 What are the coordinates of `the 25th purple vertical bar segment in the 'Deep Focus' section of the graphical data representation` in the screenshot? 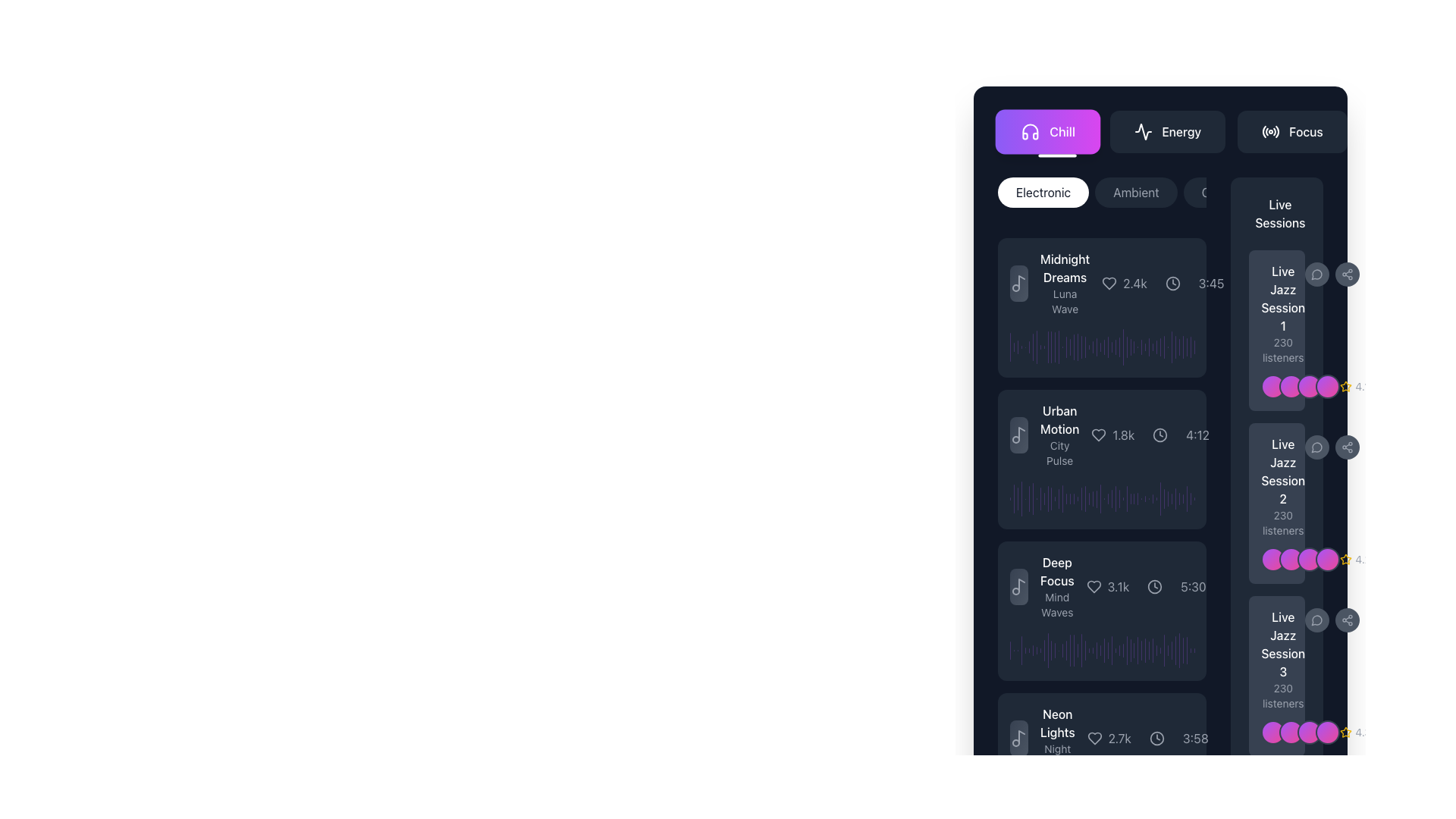 It's located at (1097, 649).